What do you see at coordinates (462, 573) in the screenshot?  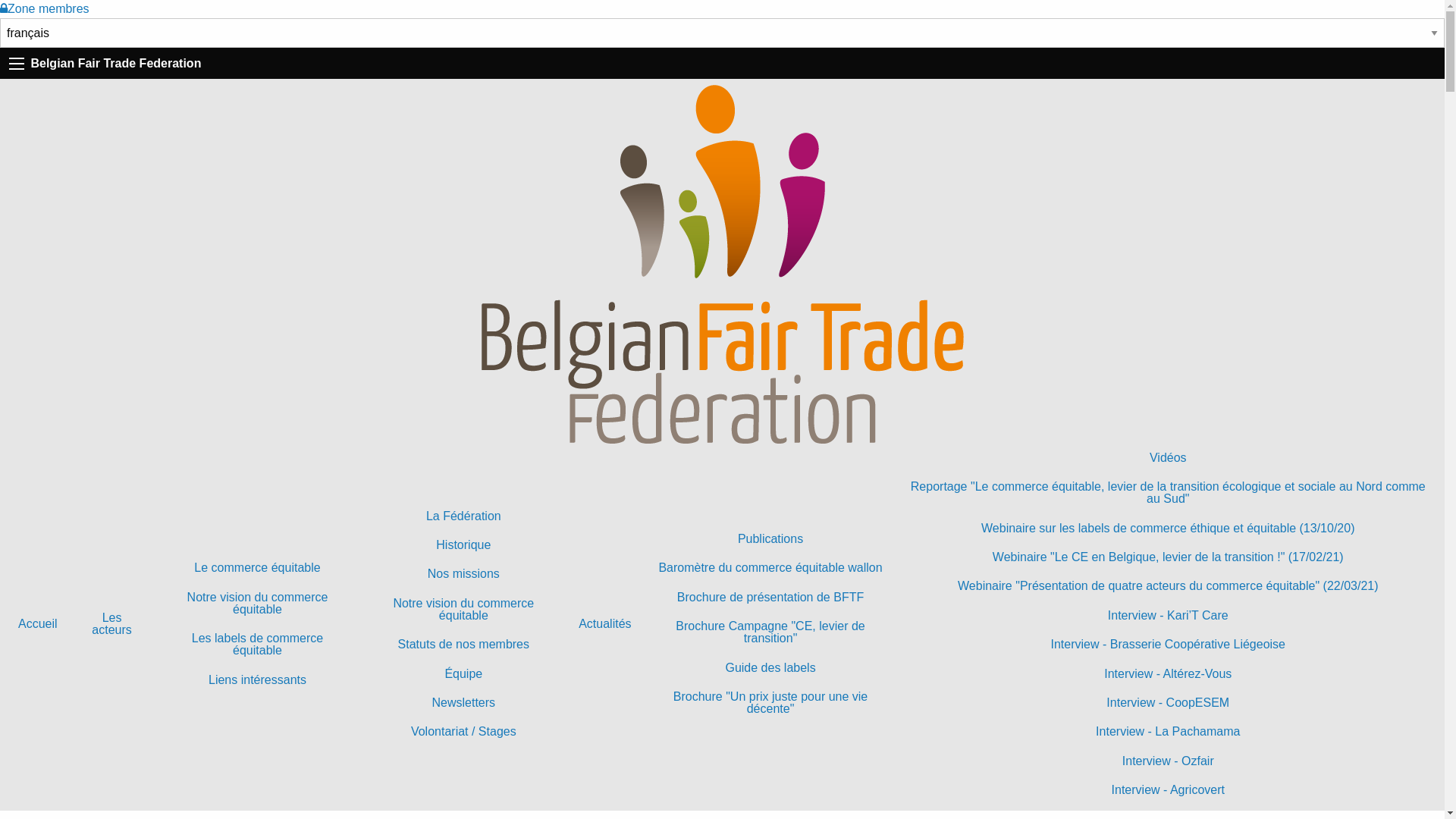 I see `'Nos missions'` at bounding box center [462, 573].